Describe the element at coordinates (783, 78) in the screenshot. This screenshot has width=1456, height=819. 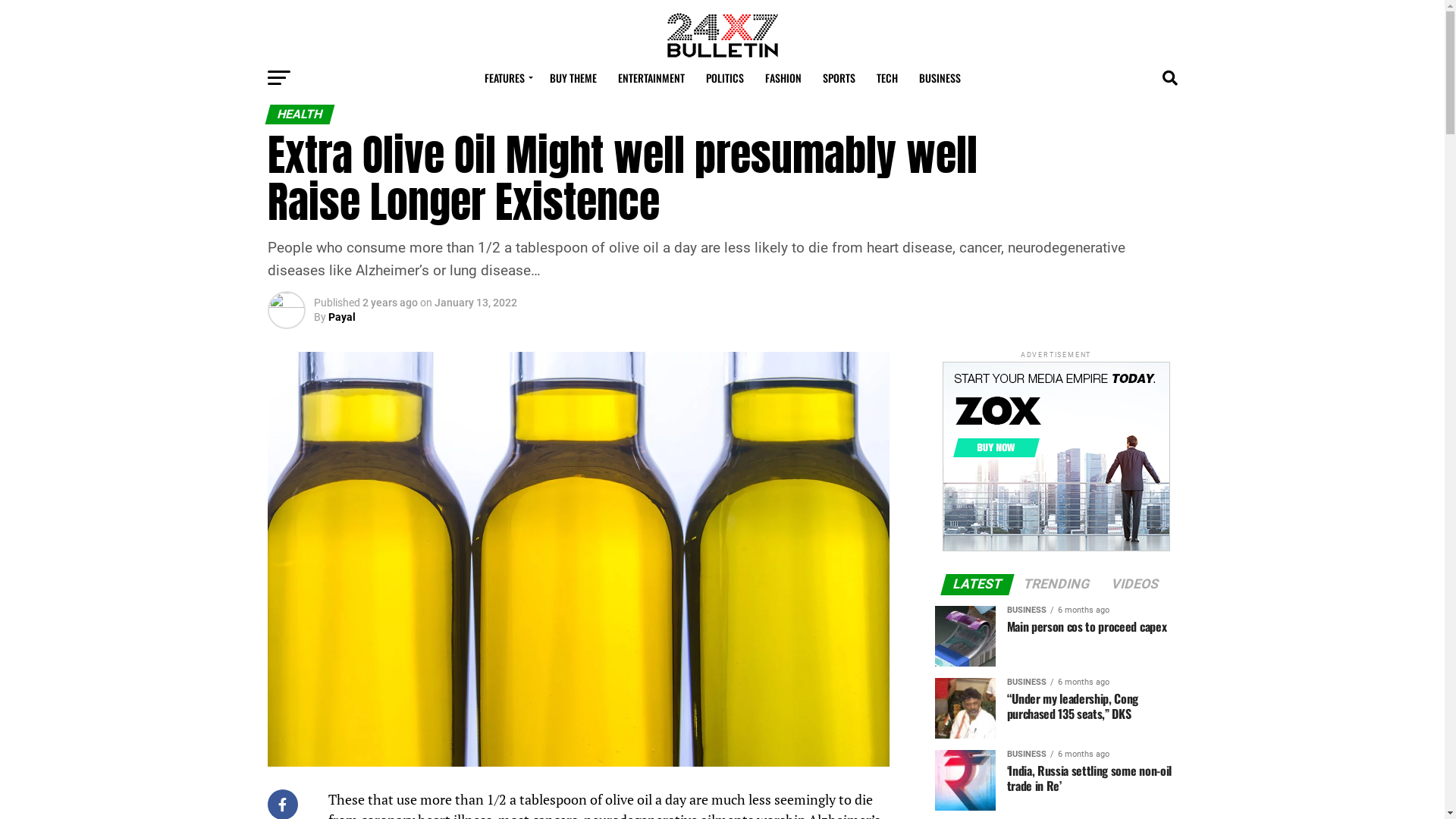
I see `'FASHION'` at that location.